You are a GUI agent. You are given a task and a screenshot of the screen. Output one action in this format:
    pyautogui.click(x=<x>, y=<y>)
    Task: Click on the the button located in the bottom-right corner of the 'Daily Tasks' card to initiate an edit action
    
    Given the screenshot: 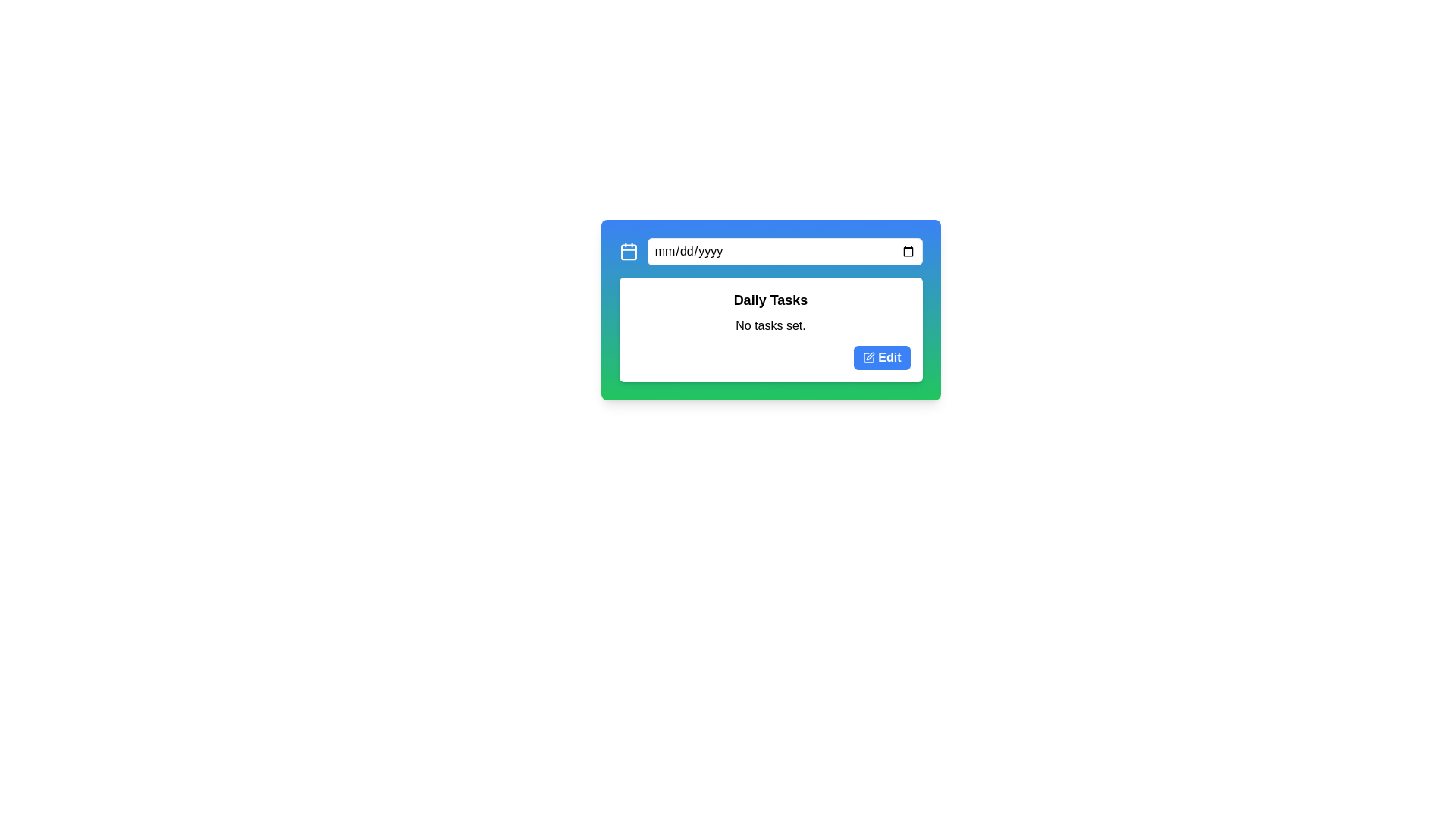 What is the action you would take?
    pyautogui.click(x=882, y=357)
    